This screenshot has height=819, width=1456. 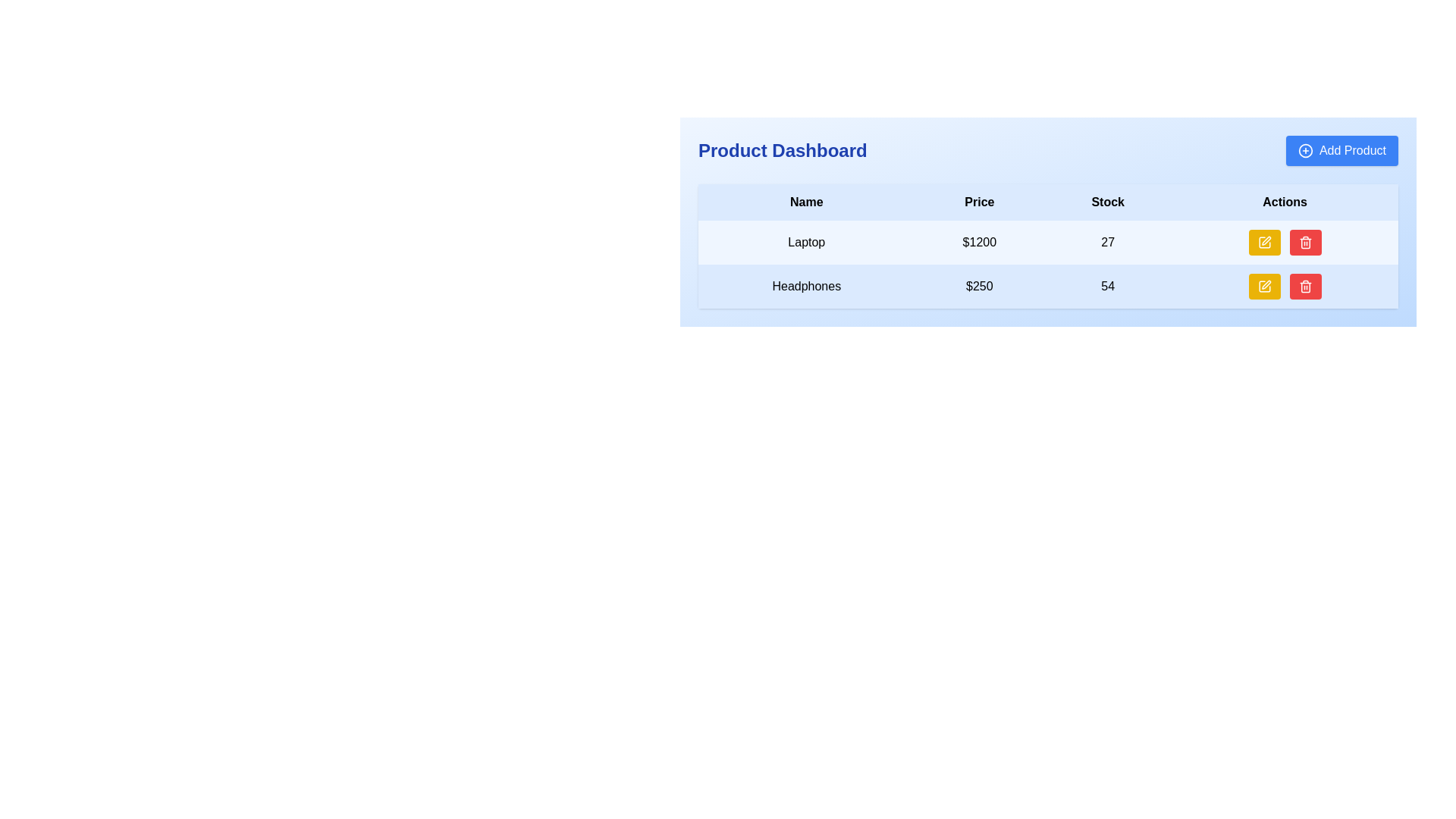 What do you see at coordinates (1304, 287) in the screenshot?
I see `the delete button located in the 'Actions' column of the second row of the table` at bounding box center [1304, 287].